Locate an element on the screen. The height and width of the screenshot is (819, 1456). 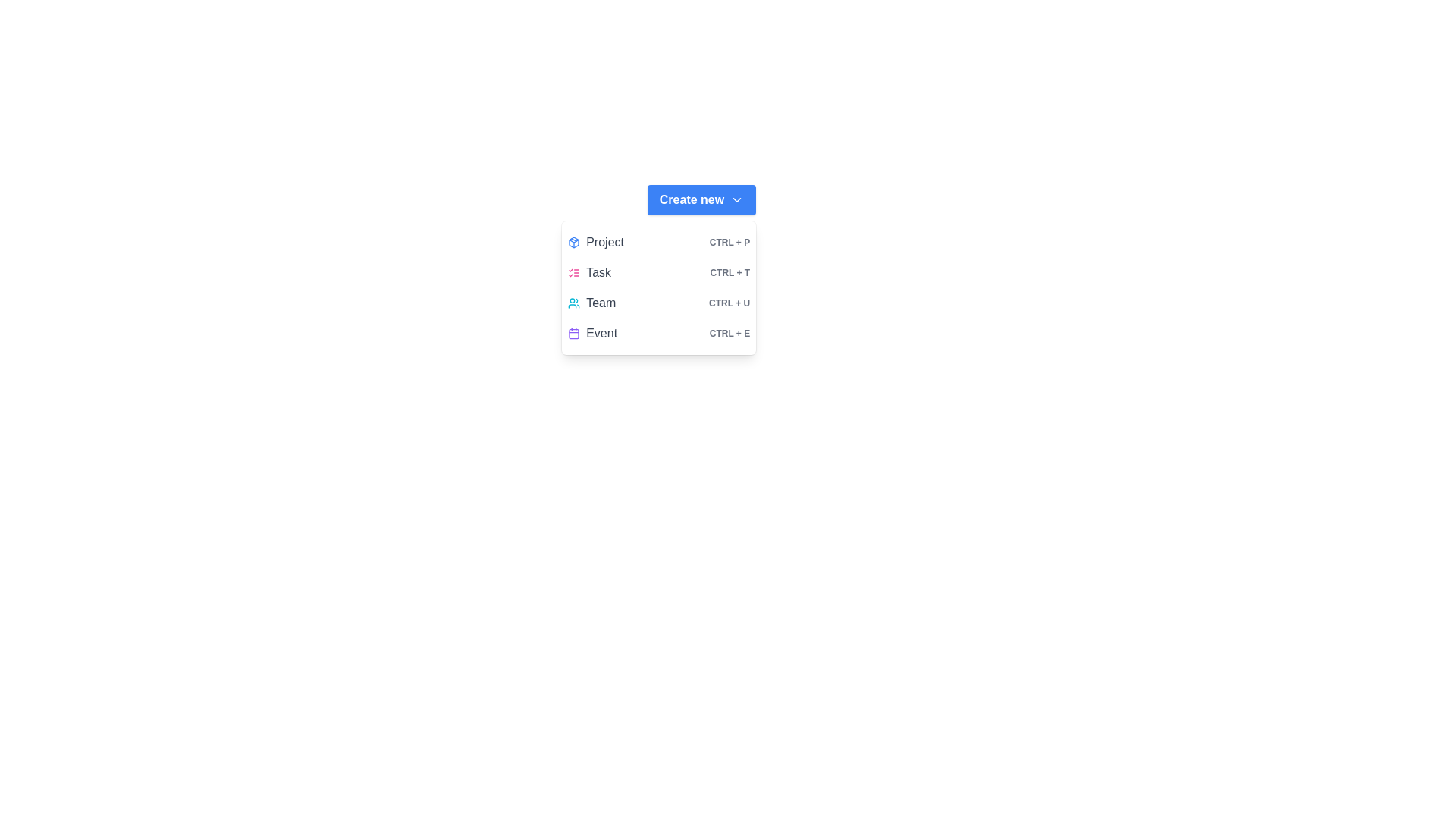
the 'Event' list item in the dropdown menu under the 'Create new' button is located at coordinates (659, 332).